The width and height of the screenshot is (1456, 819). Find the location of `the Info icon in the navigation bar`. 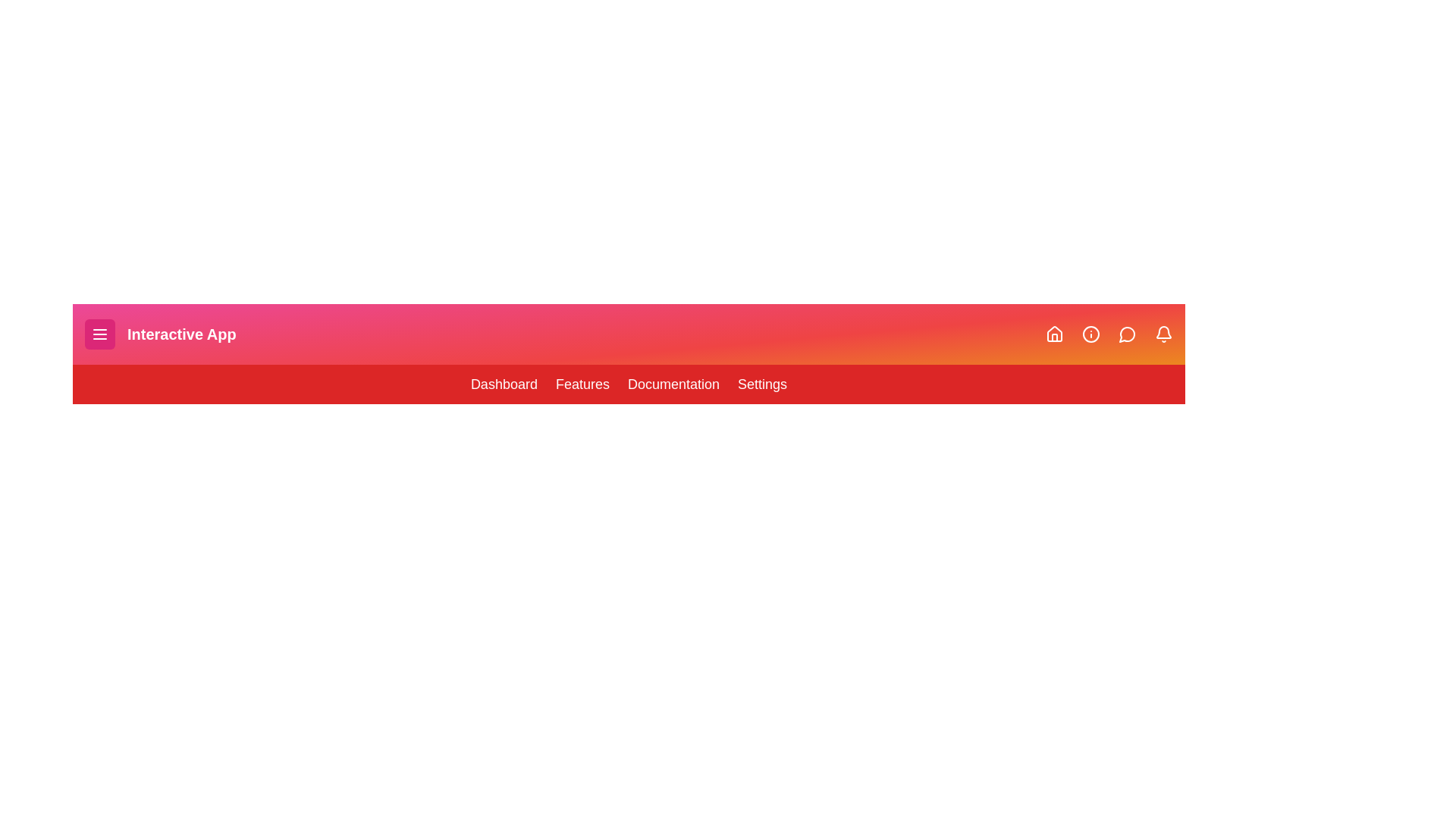

the Info icon in the navigation bar is located at coordinates (1090, 333).